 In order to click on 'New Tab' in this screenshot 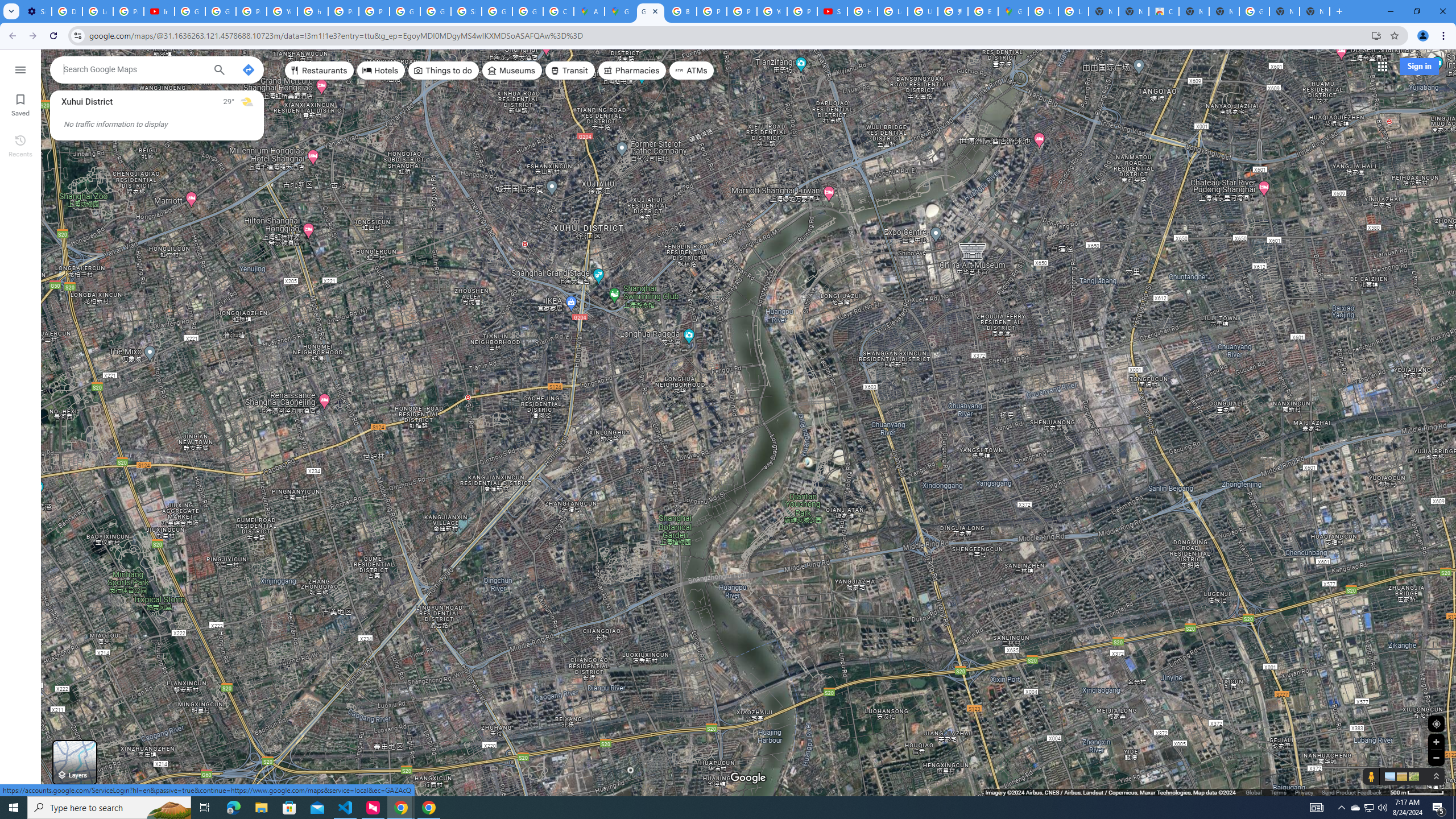, I will do `click(1314, 11)`.